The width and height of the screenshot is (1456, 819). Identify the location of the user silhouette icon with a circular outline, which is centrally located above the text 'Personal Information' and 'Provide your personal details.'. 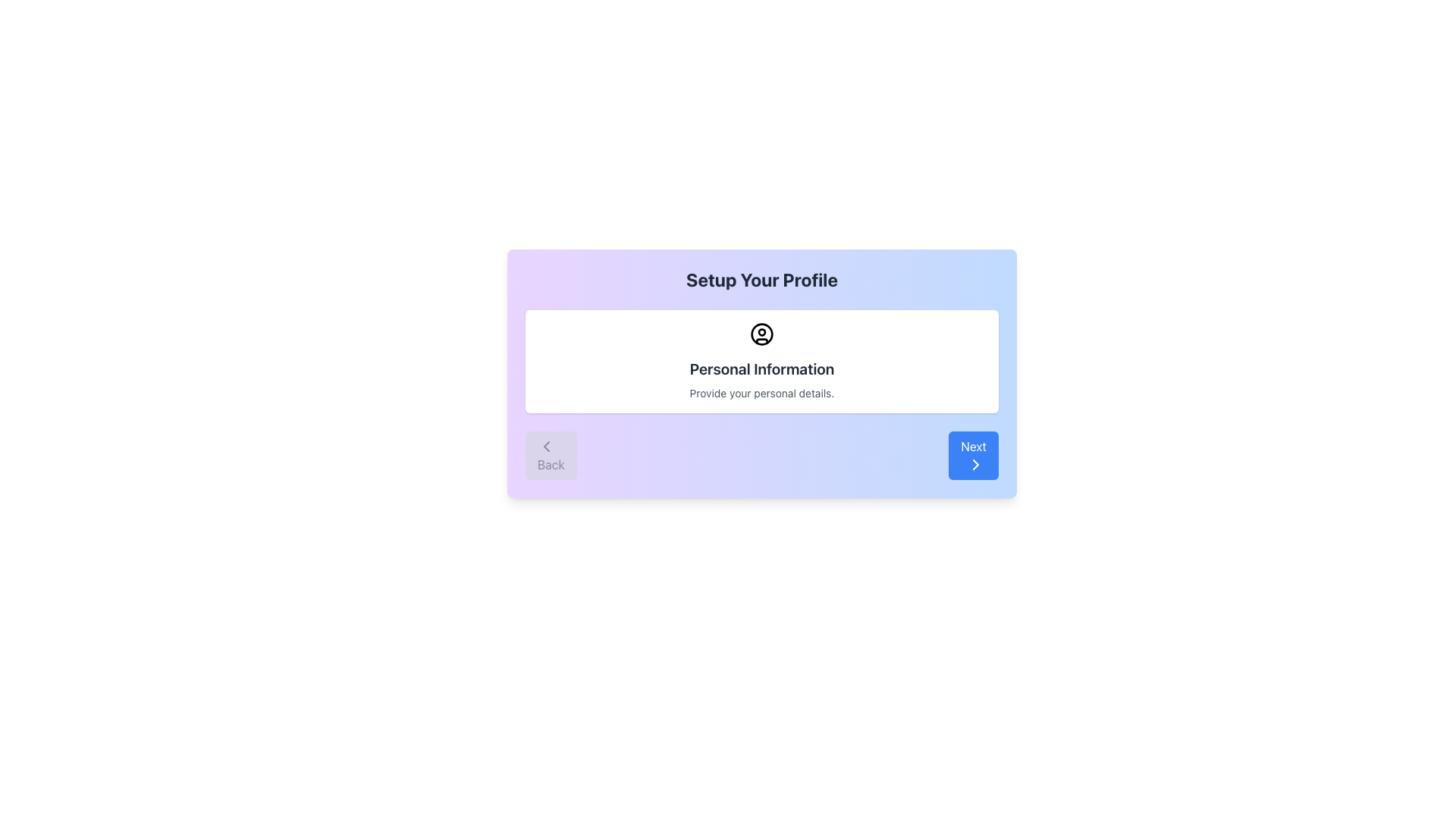
(761, 333).